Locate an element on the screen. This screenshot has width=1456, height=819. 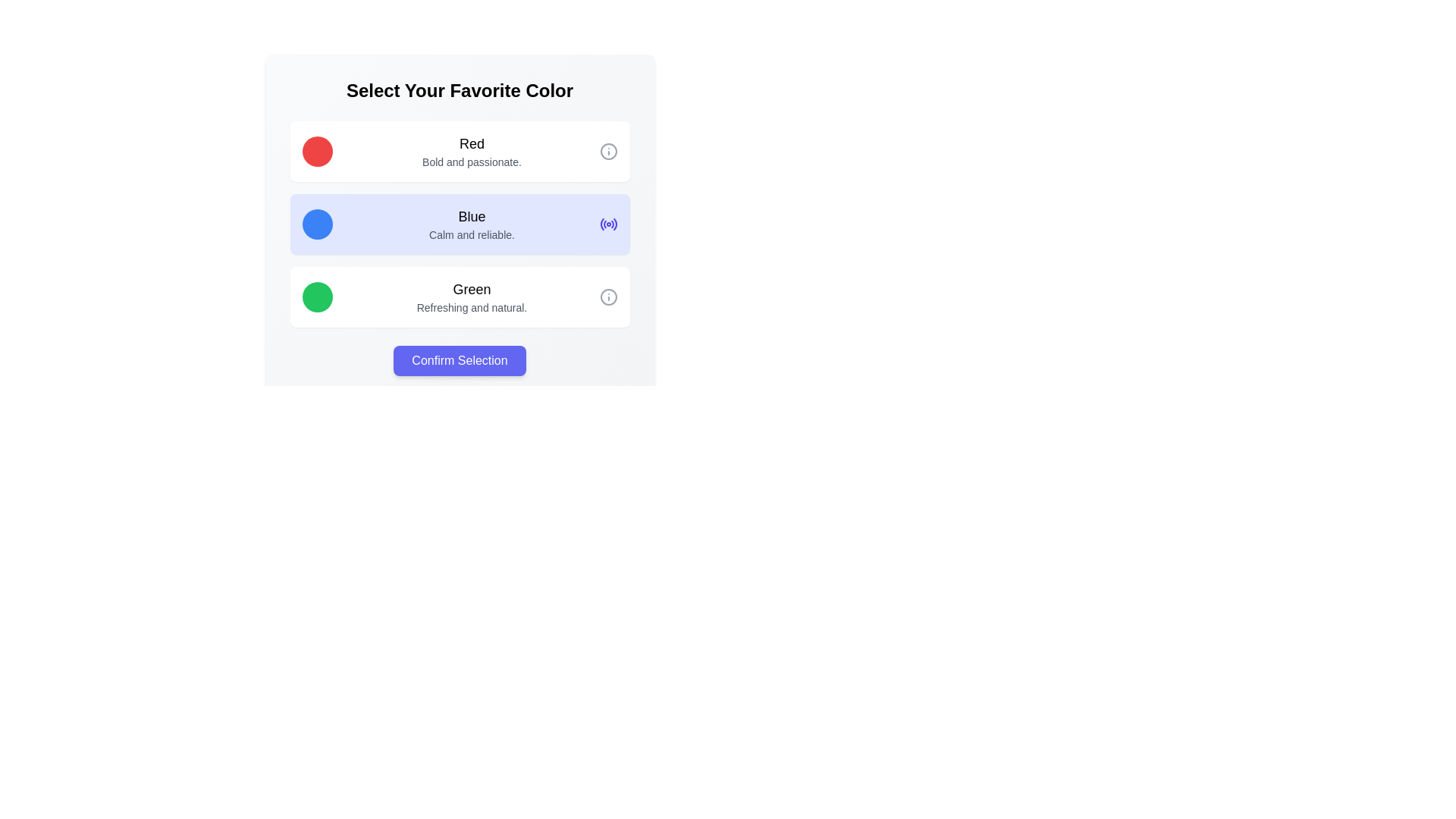
the center text of the selectable card labeled 'Blue - Calm and reliable.' which is the second card in a vertical list of three options is located at coordinates (459, 224).